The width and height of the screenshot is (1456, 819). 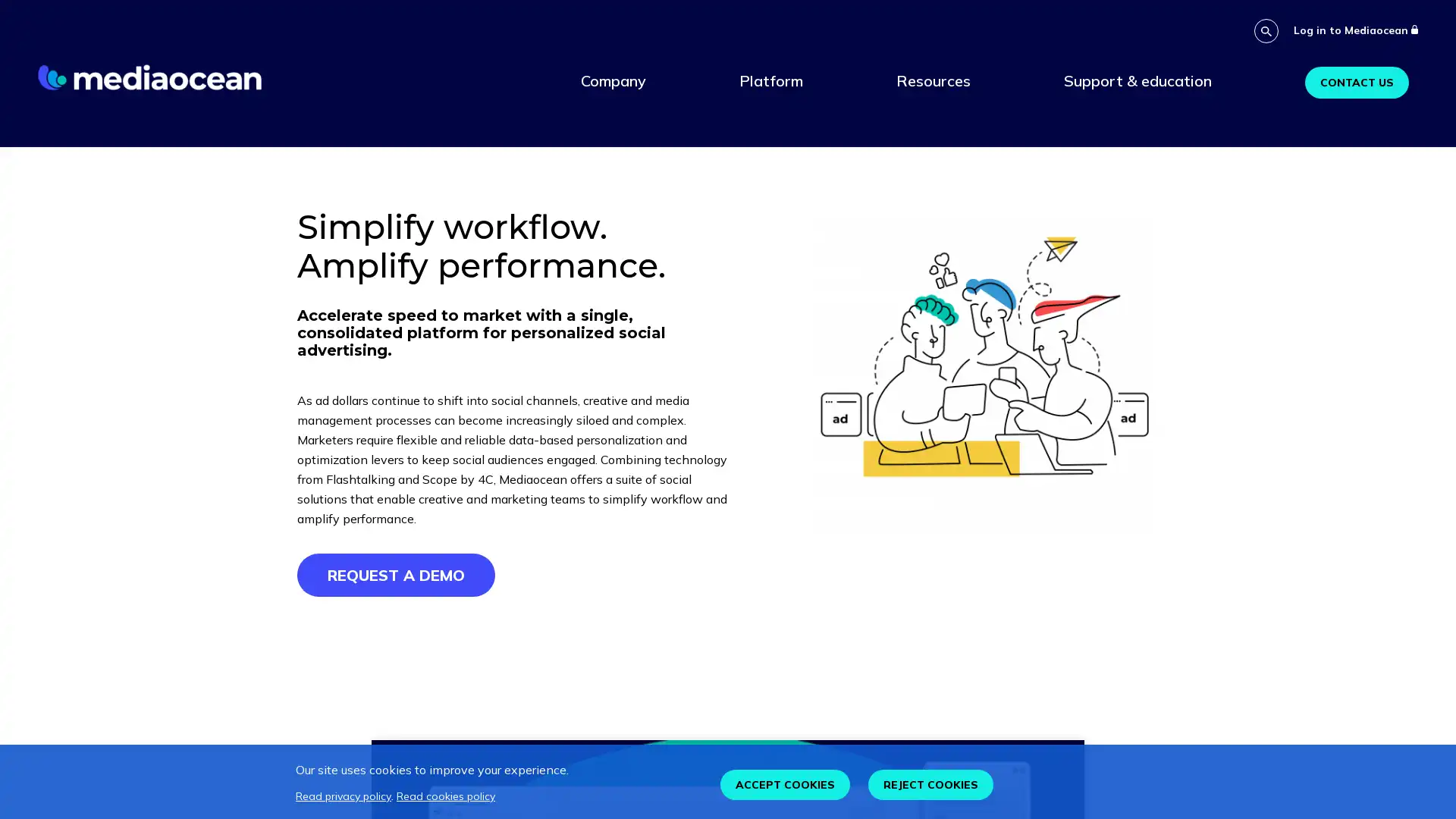 I want to click on REJECT COOKIES, so click(x=930, y=783).